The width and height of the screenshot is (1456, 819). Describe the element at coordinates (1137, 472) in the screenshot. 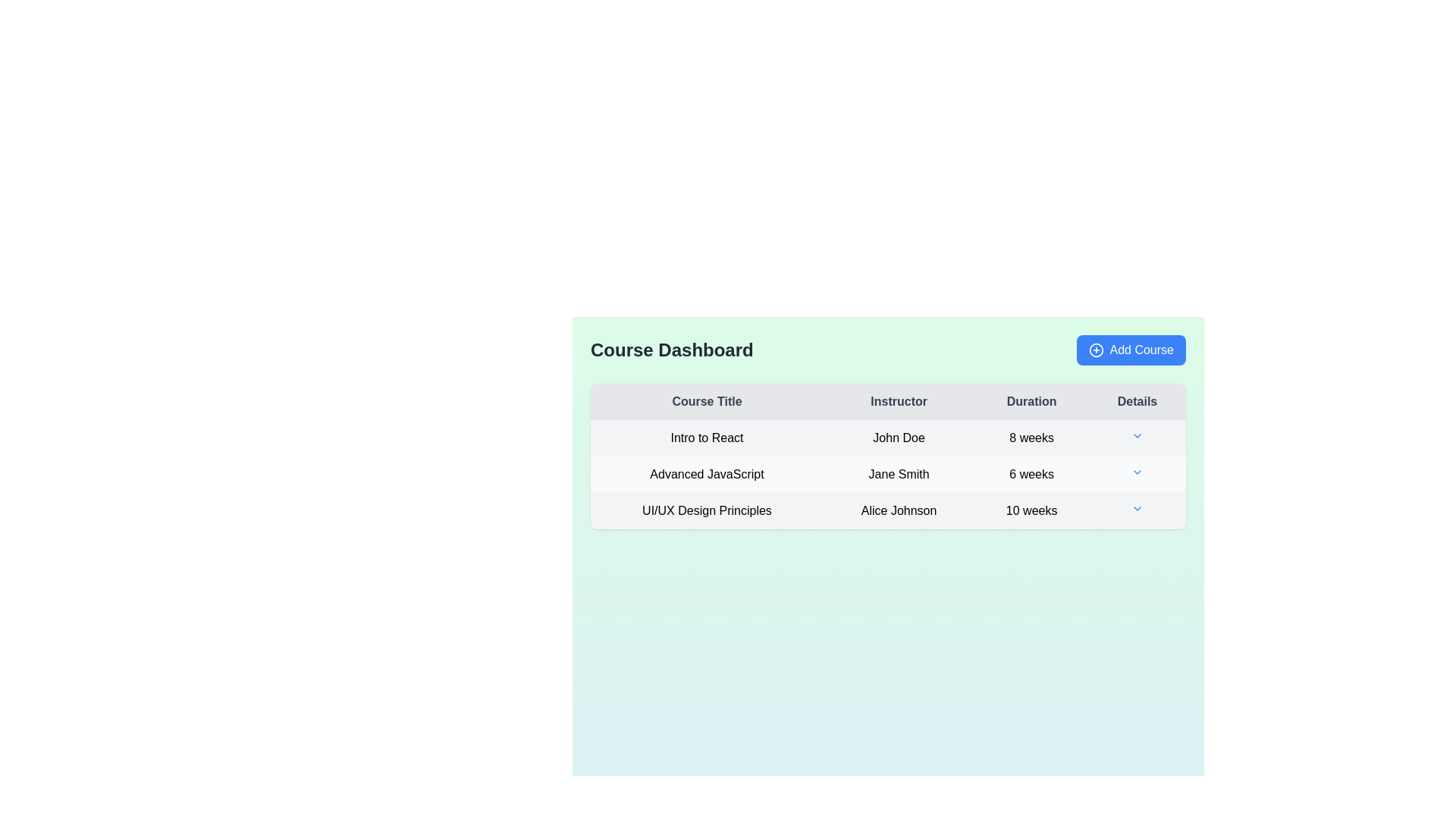

I see `the dropdown indicator icon in the 'Details' column of the second row` at that location.